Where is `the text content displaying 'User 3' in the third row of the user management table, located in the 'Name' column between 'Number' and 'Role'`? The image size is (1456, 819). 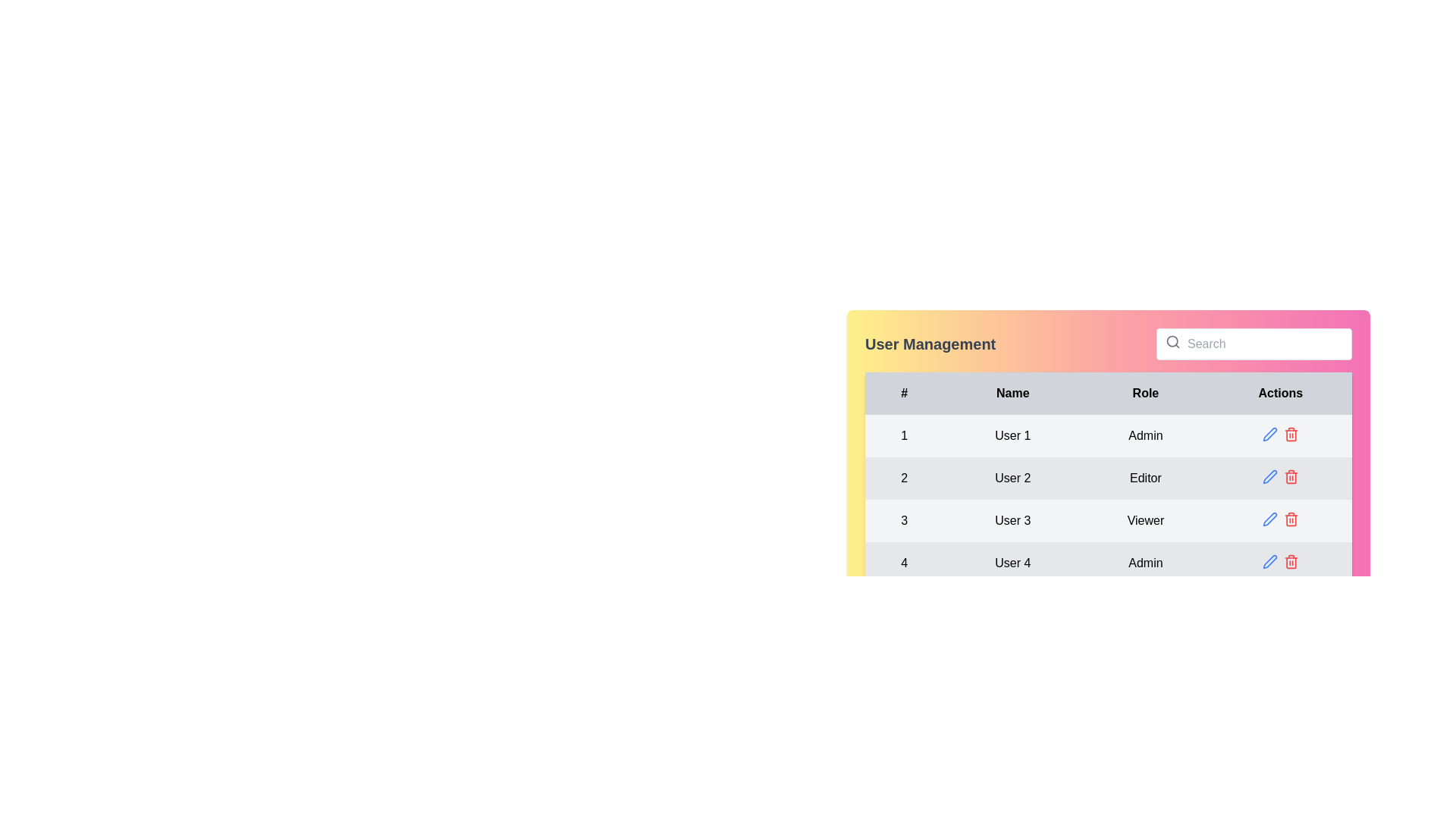
the text content displaying 'User 3' in the third row of the user management table, located in the 'Name' column between 'Number' and 'Role' is located at coordinates (1012, 519).